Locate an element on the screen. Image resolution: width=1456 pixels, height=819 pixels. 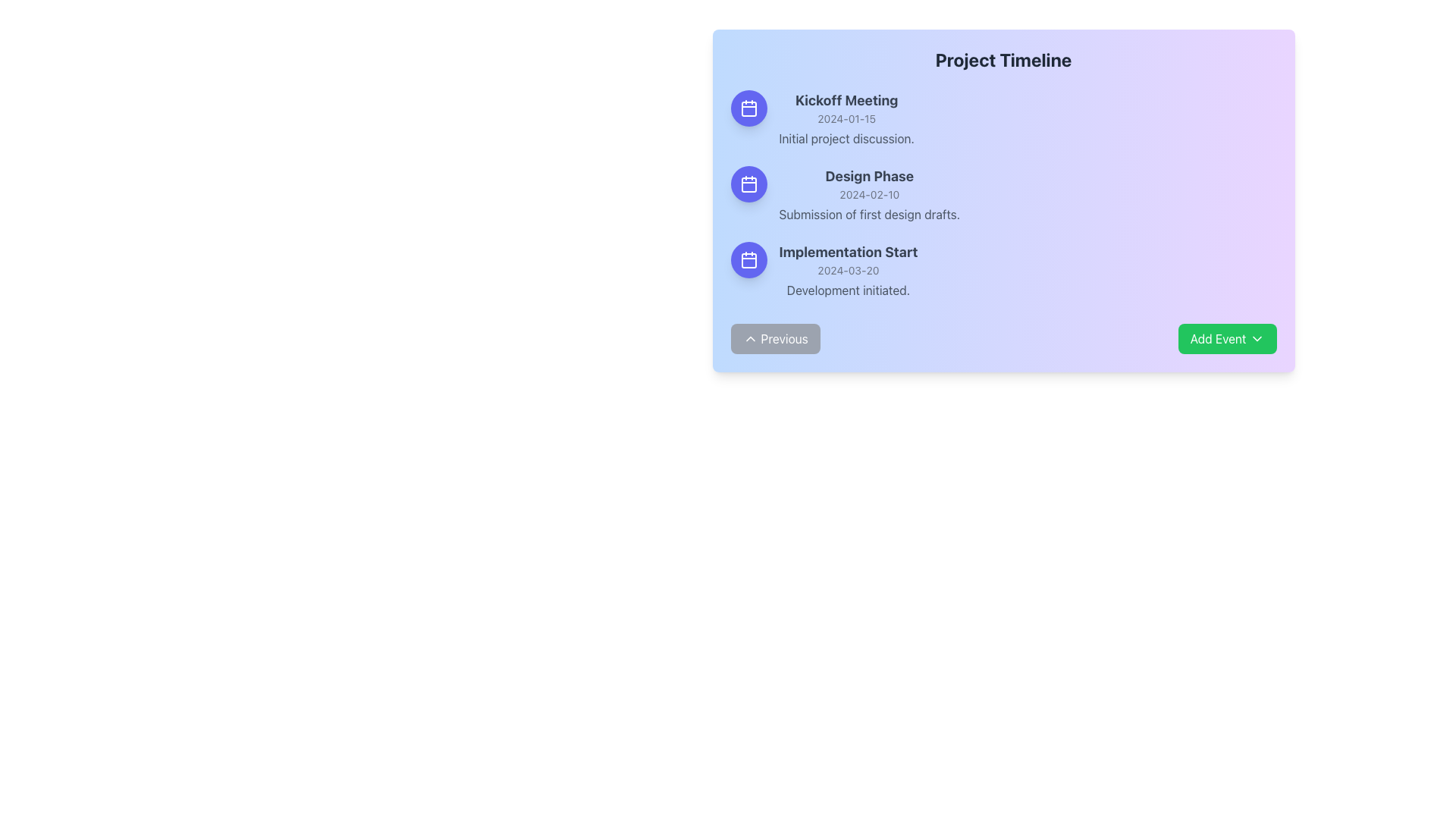
the calendar icon, which is the third icon in a vertical series representing timeline events, located in the 'Implementation Start' section is located at coordinates (748, 259).